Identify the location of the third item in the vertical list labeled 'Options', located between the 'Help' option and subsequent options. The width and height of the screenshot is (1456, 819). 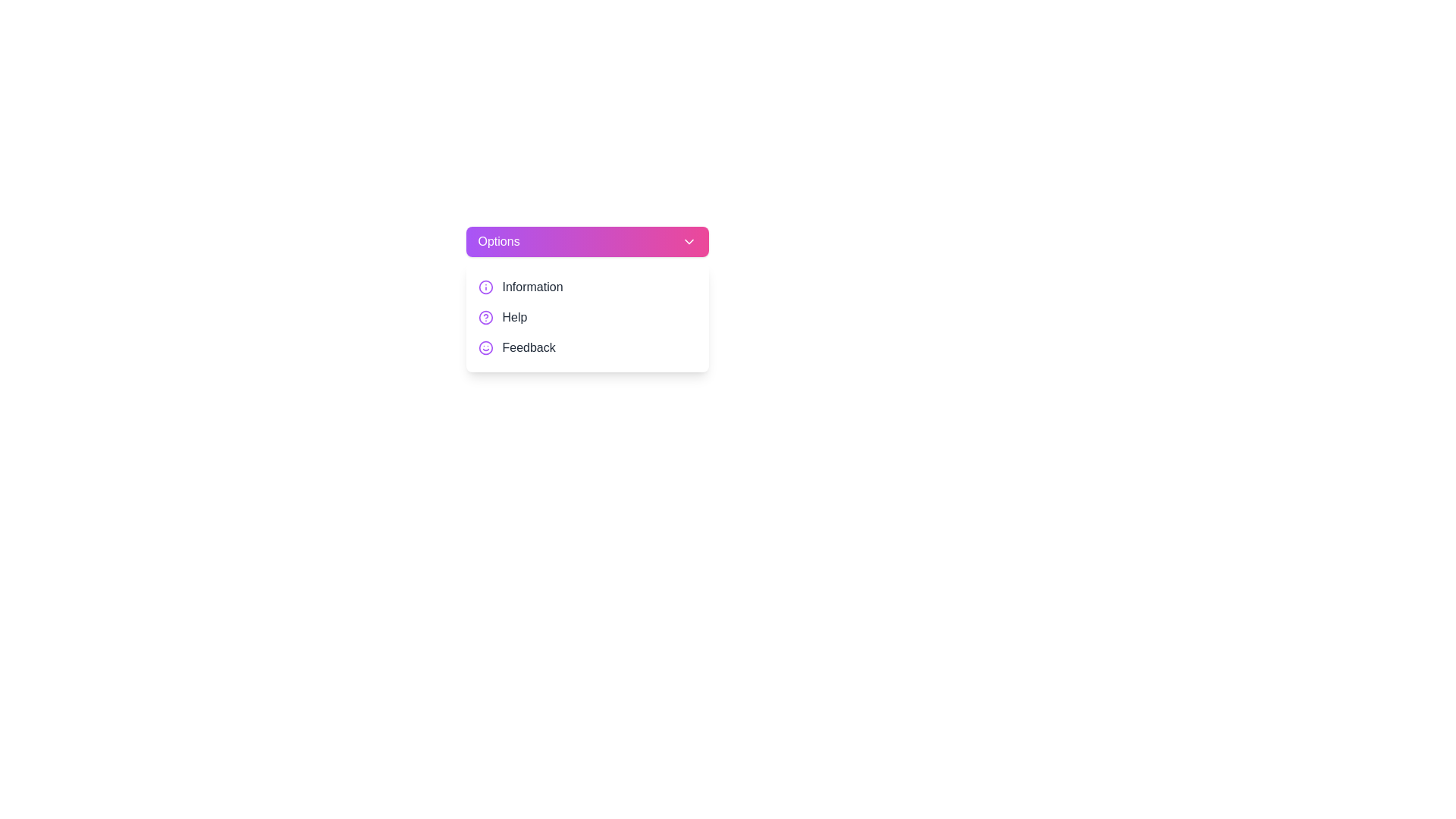
(586, 348).